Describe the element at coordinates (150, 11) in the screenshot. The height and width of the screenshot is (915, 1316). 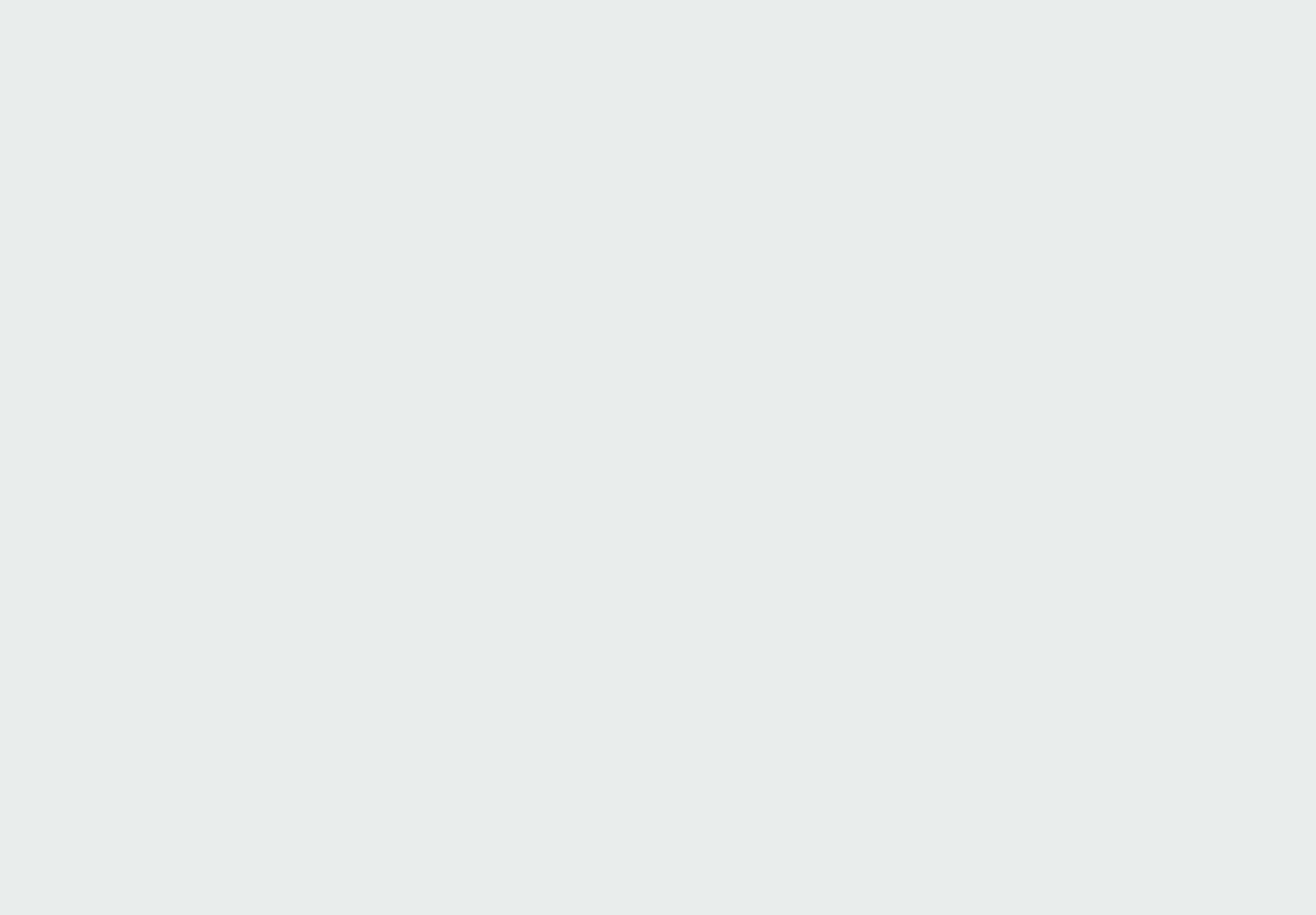
I see `'Older Post'` at that location.